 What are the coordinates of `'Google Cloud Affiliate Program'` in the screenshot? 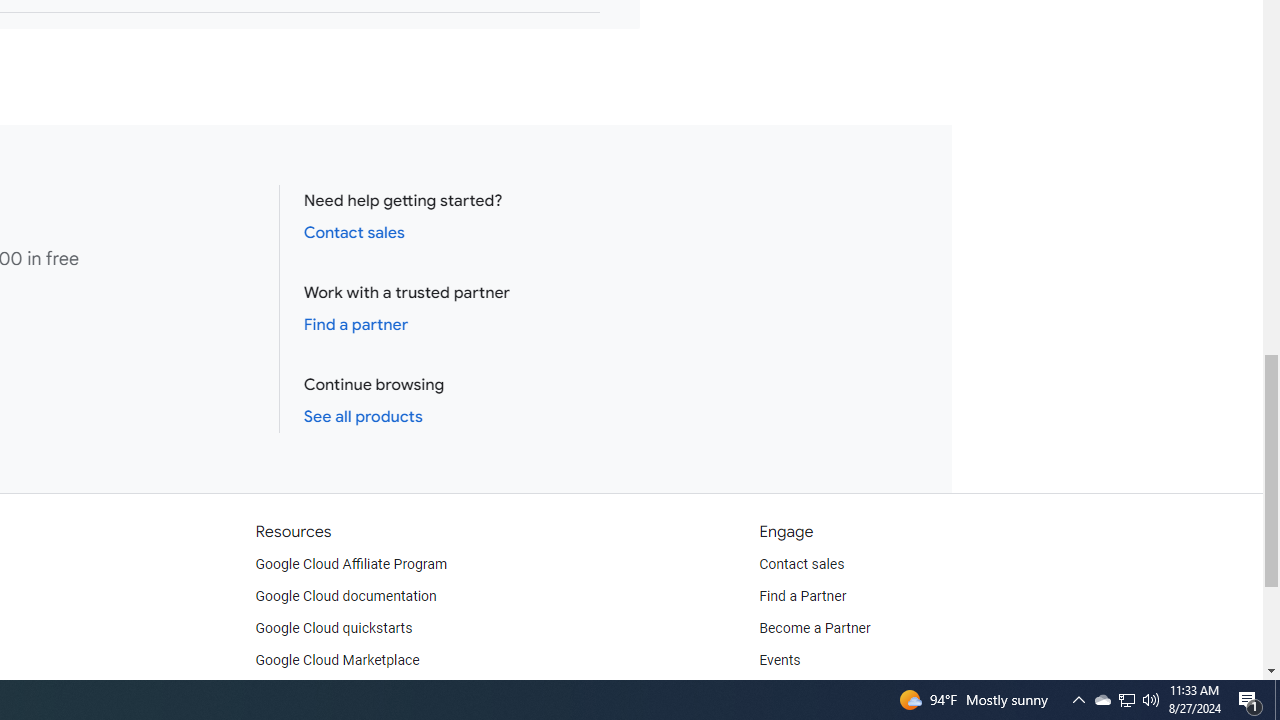 It's located at (351, 564).